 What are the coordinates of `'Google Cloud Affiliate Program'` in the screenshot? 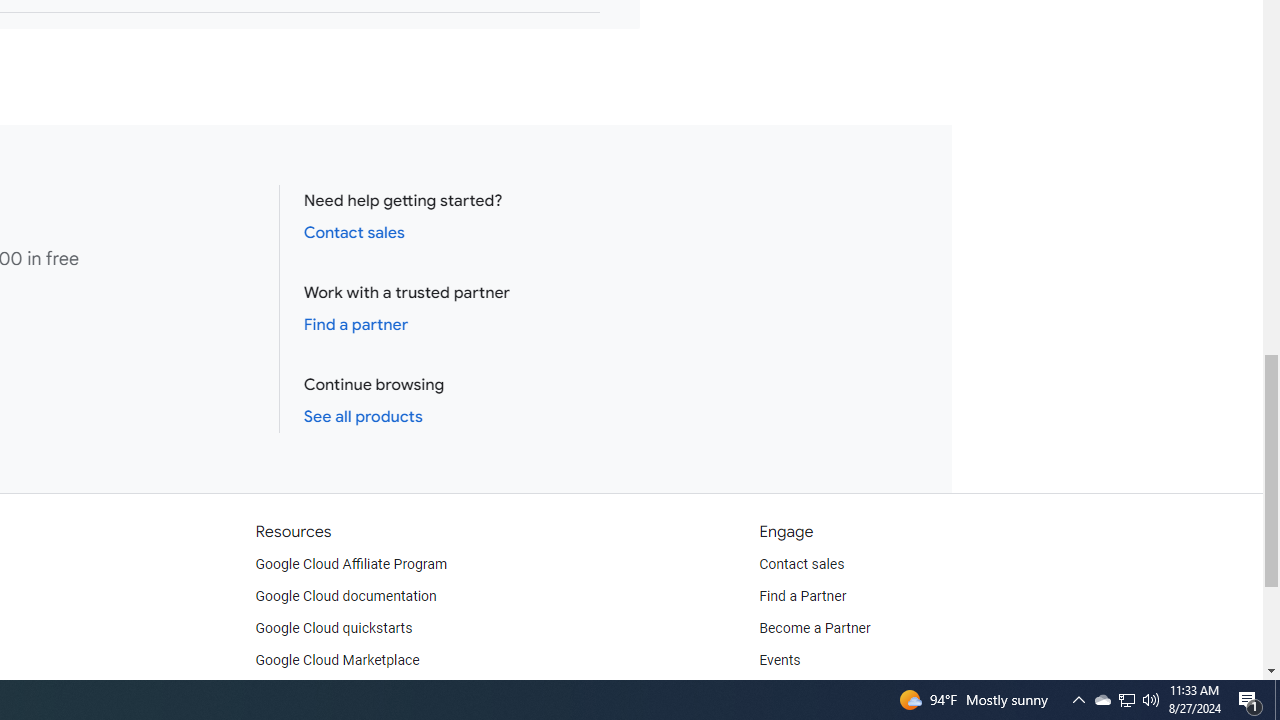 It's located at (351, 564).